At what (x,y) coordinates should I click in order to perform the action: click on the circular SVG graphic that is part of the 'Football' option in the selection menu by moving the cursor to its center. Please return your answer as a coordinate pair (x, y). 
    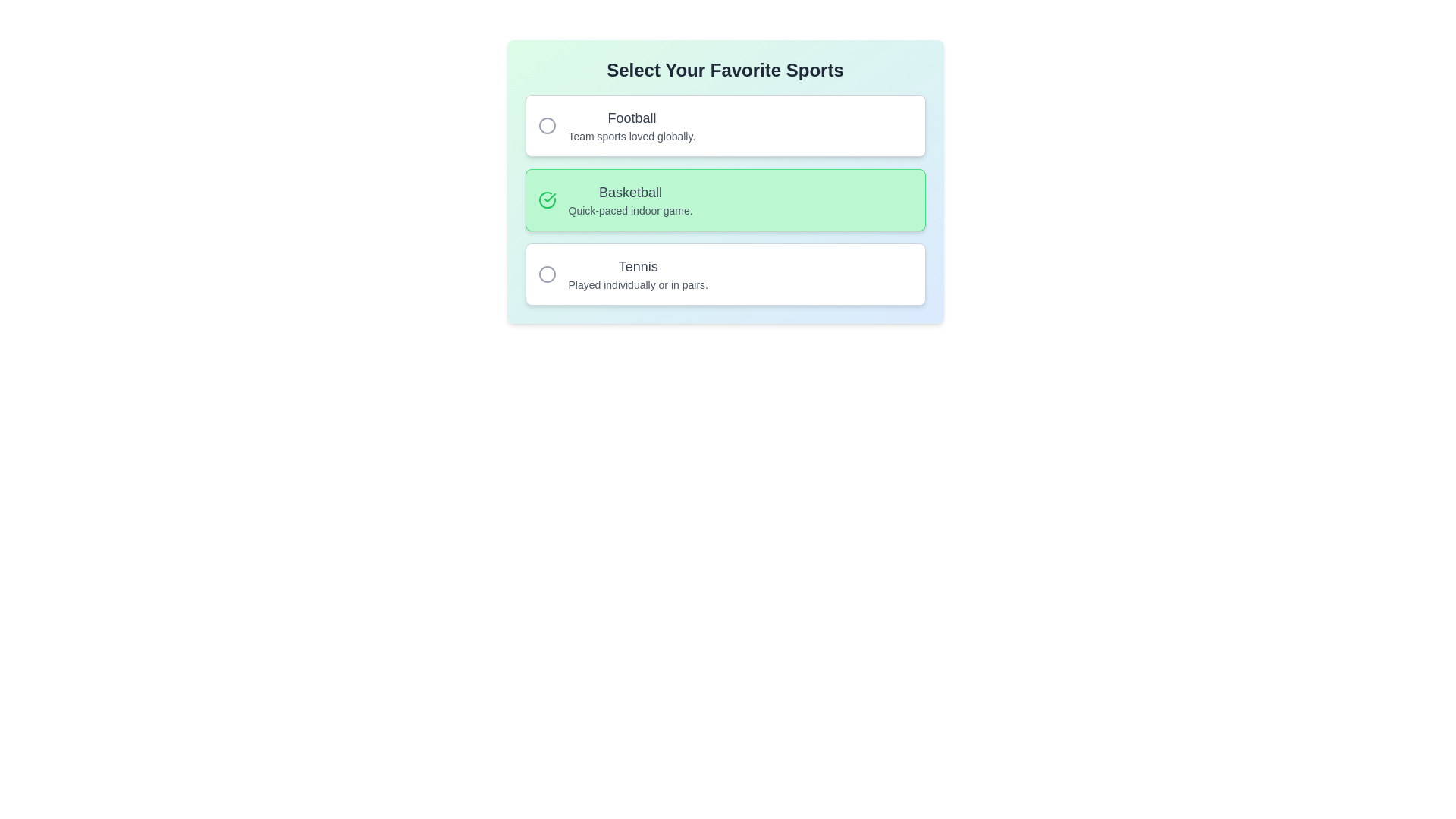
    Looking at the image, I should click on (546, 124).